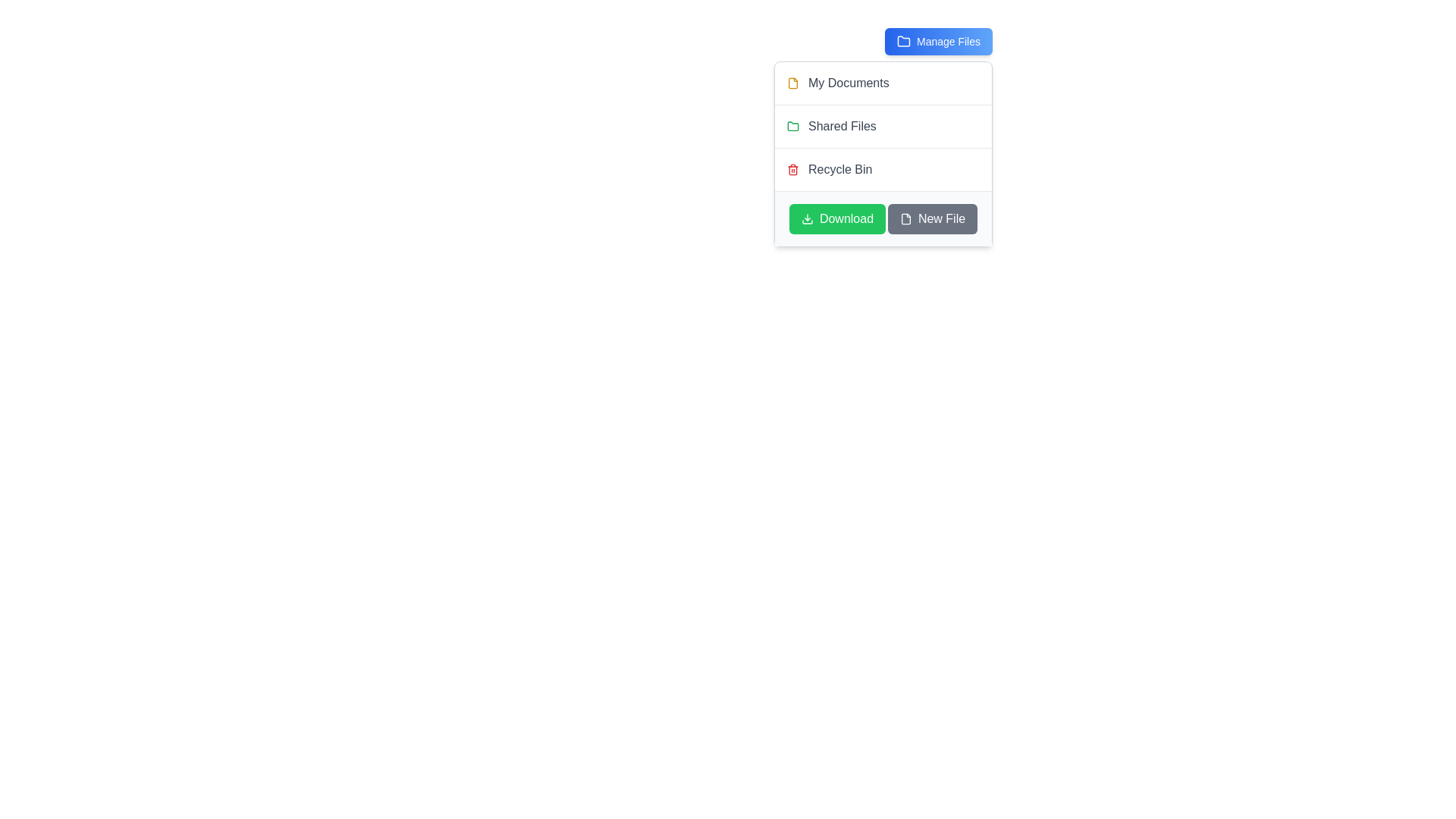 The width and height of the screenshot is (1456, 819). I want to click on the text label in the second row of the 'Shared Files' list, which is aligned with a green folder icon, so click(841, 125).